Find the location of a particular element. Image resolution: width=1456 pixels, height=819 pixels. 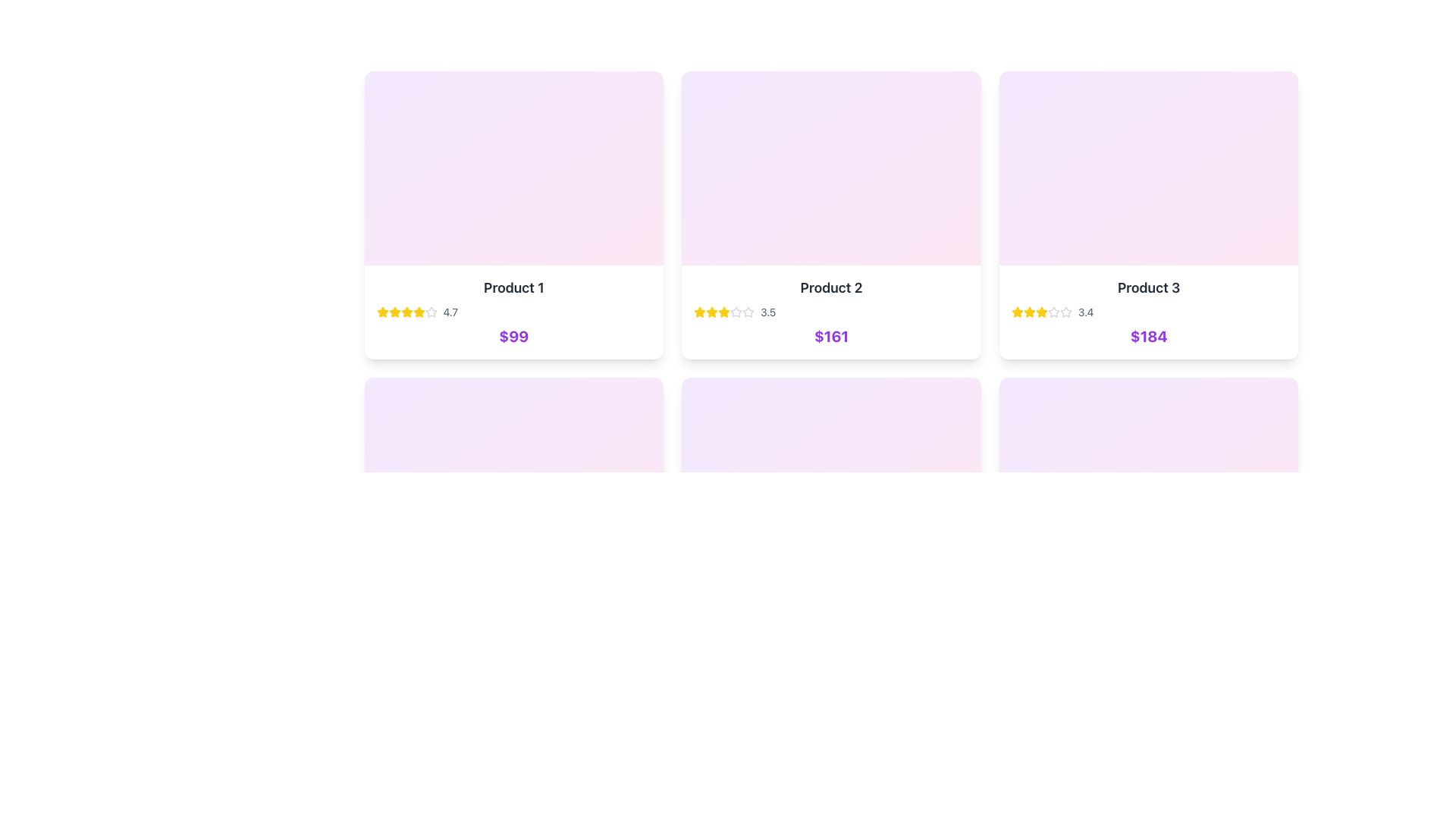

the product summary card located in the third position from the left in the top row of product cards, which displays the product's name, rating, and price is located at coordinates (1149, 312).